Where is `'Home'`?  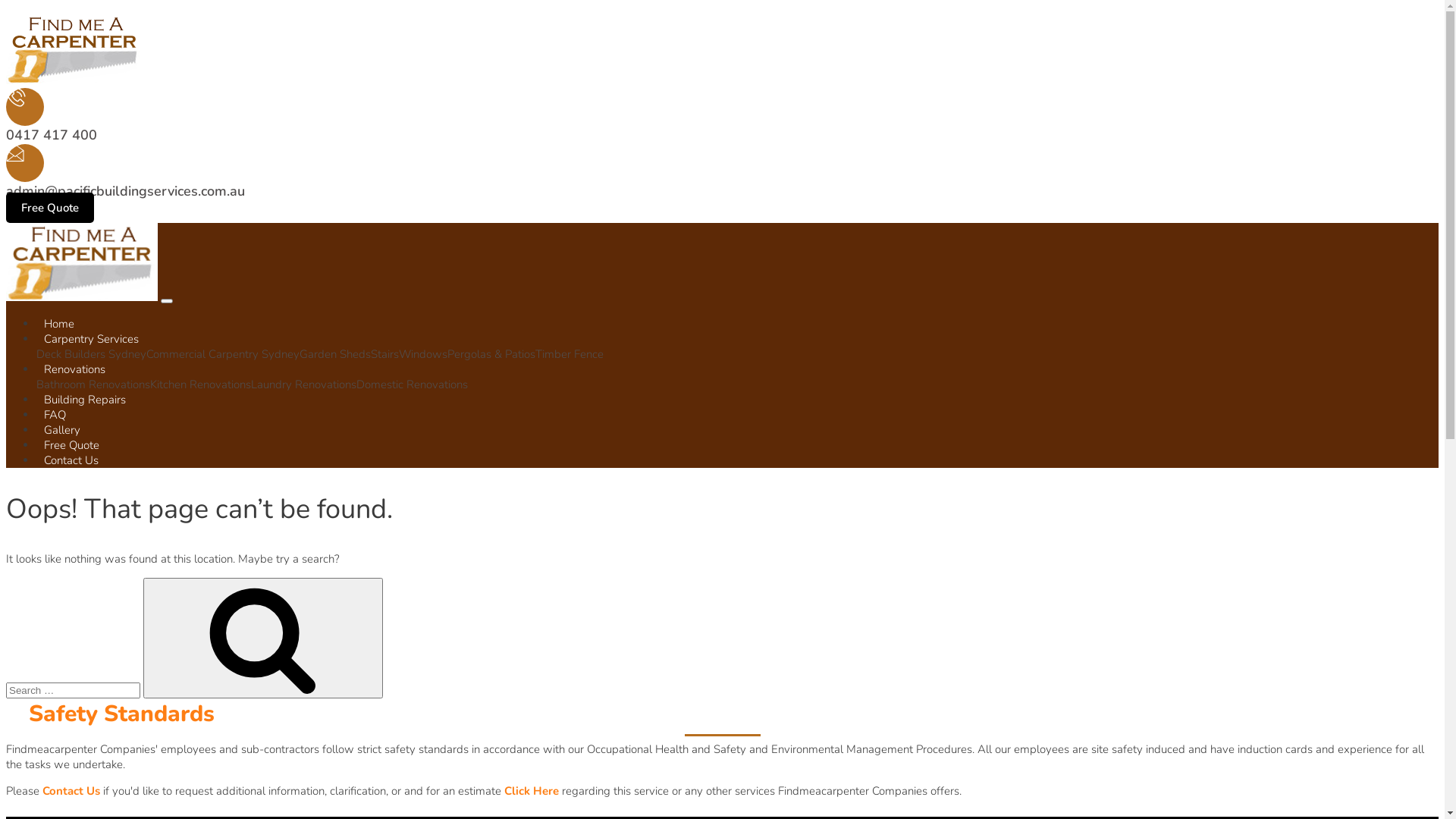
'Home' is located at coordinates (58, 323).